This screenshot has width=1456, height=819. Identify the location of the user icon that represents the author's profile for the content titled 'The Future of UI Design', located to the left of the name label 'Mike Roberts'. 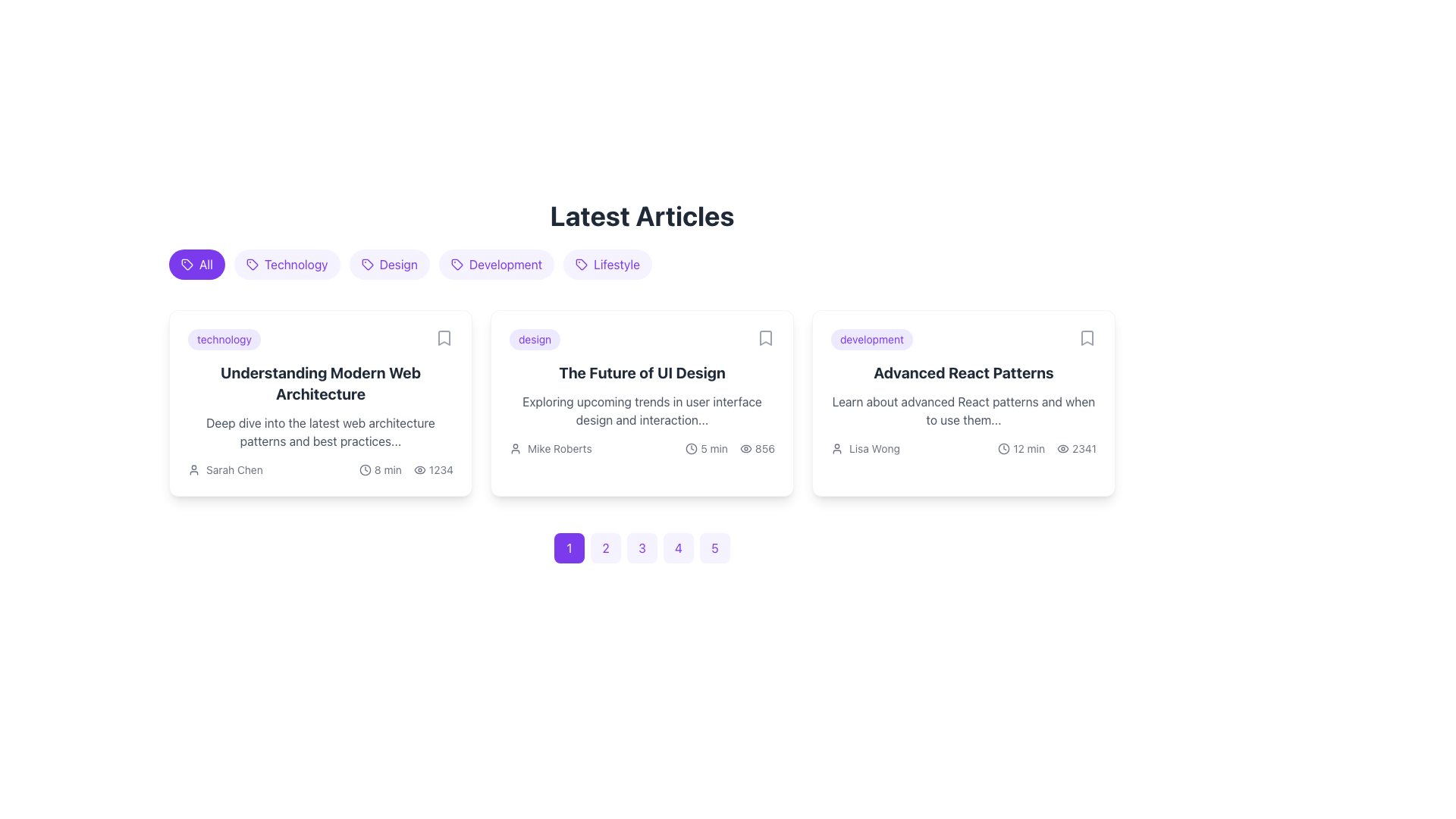
(516, 447).